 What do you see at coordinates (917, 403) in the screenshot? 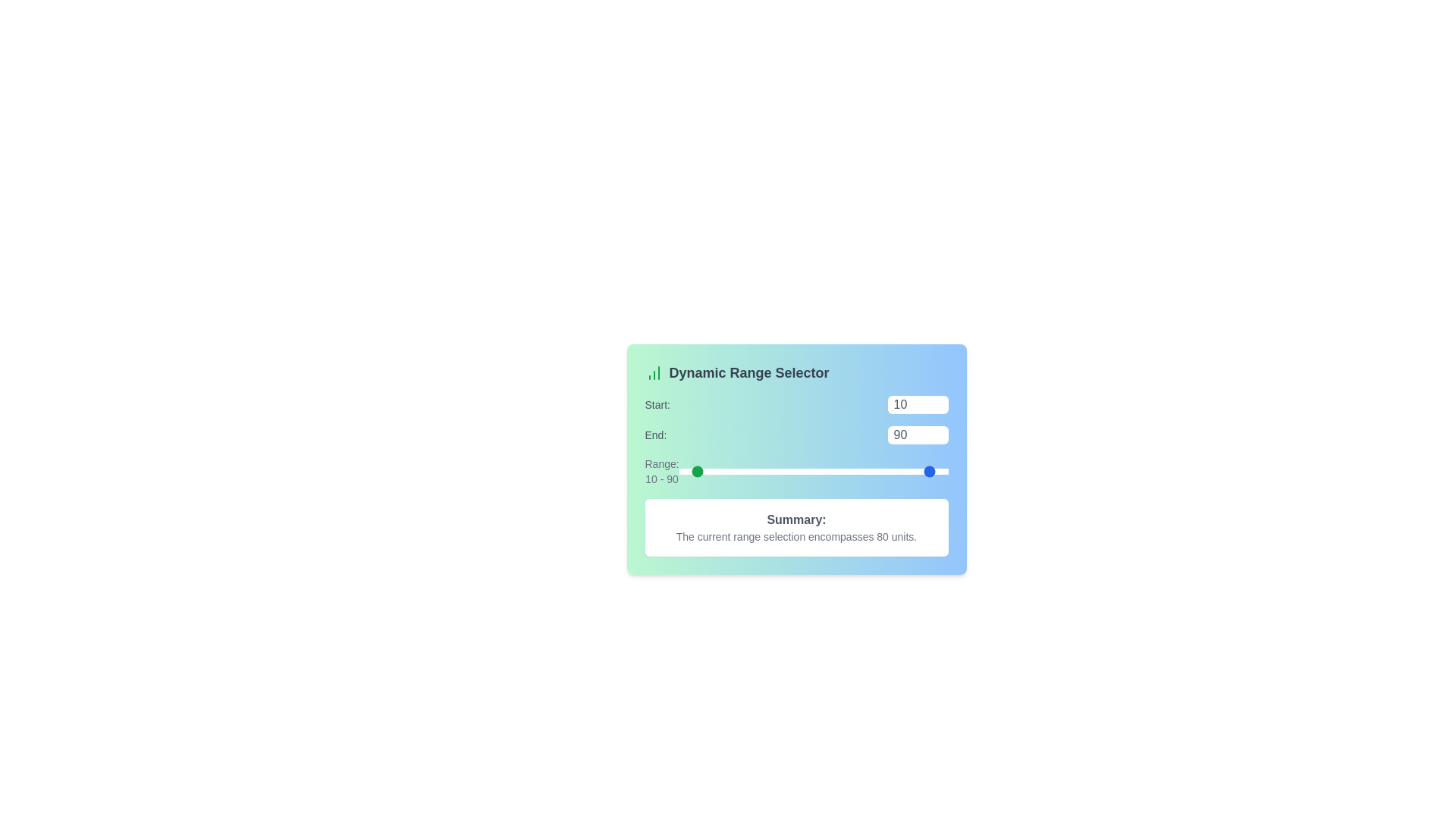
I see `the 'Start' range value to 4 using the input box` at bounding box center [917, 403].